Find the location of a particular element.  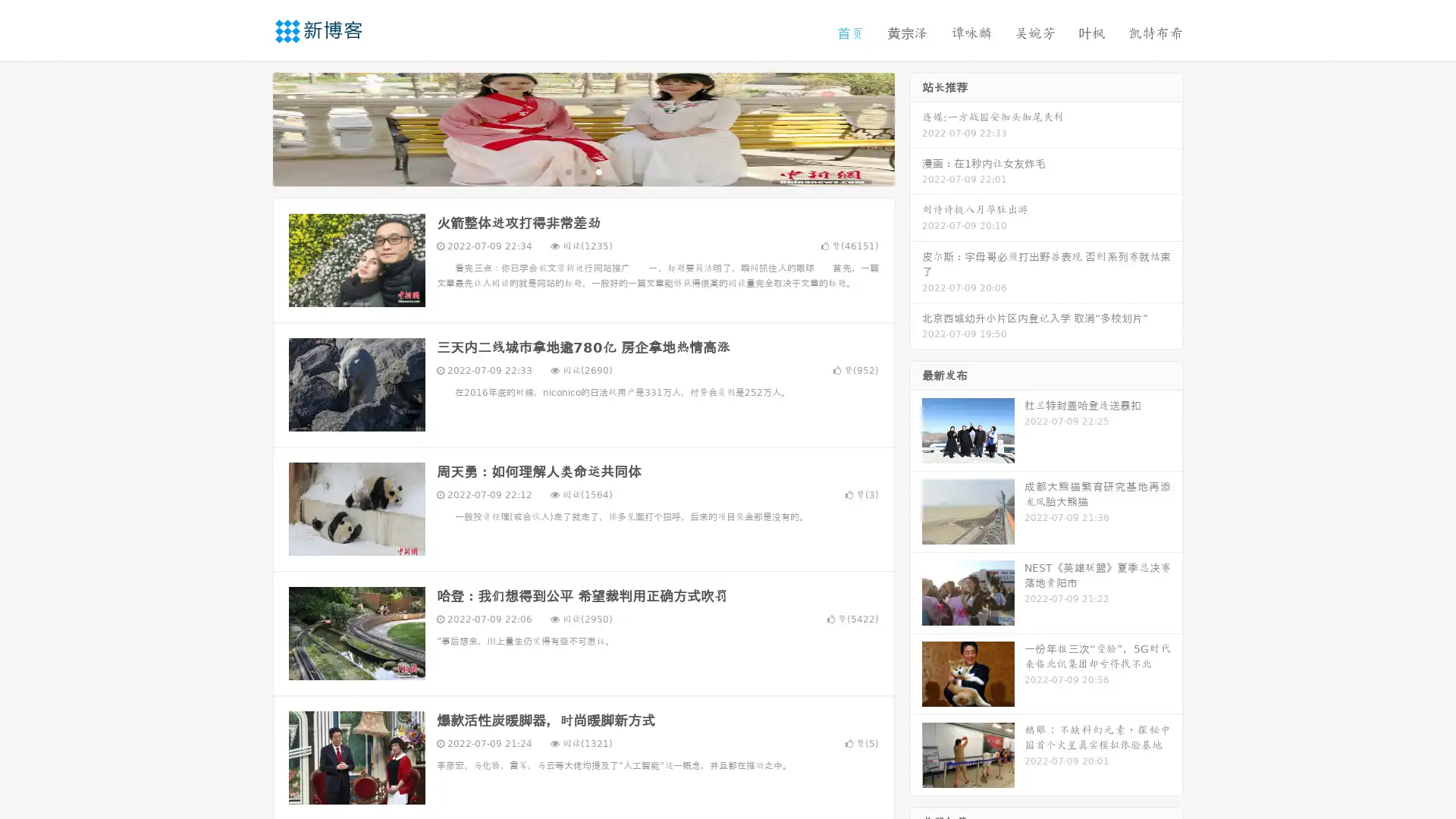

Go to slide 2 is located at coordinates (582, 171).